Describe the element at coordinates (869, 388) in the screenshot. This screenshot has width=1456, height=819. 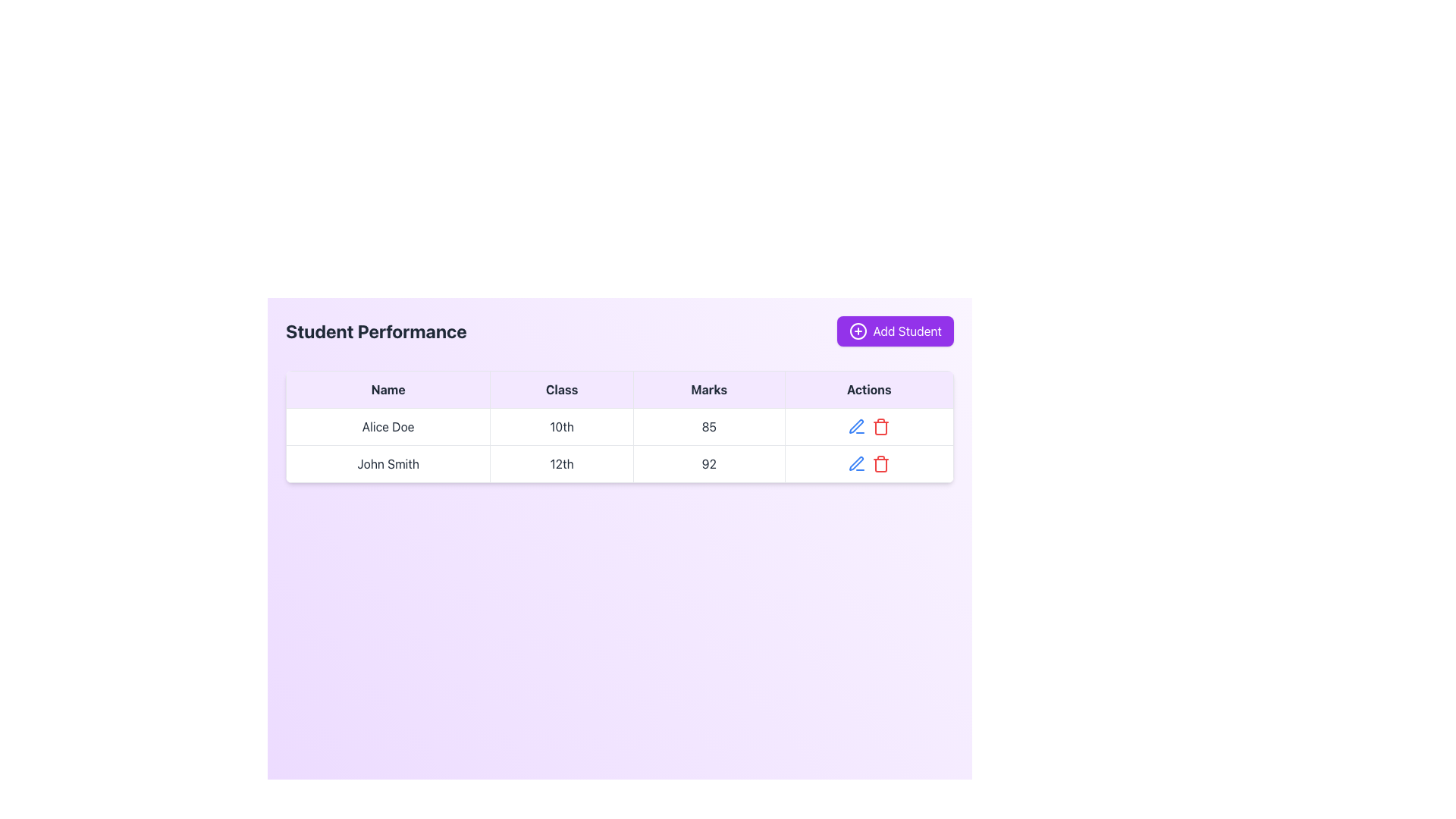
I see `the table header cell that indicates the column containing action buttons, located in the fourth column of the table header` at that location.